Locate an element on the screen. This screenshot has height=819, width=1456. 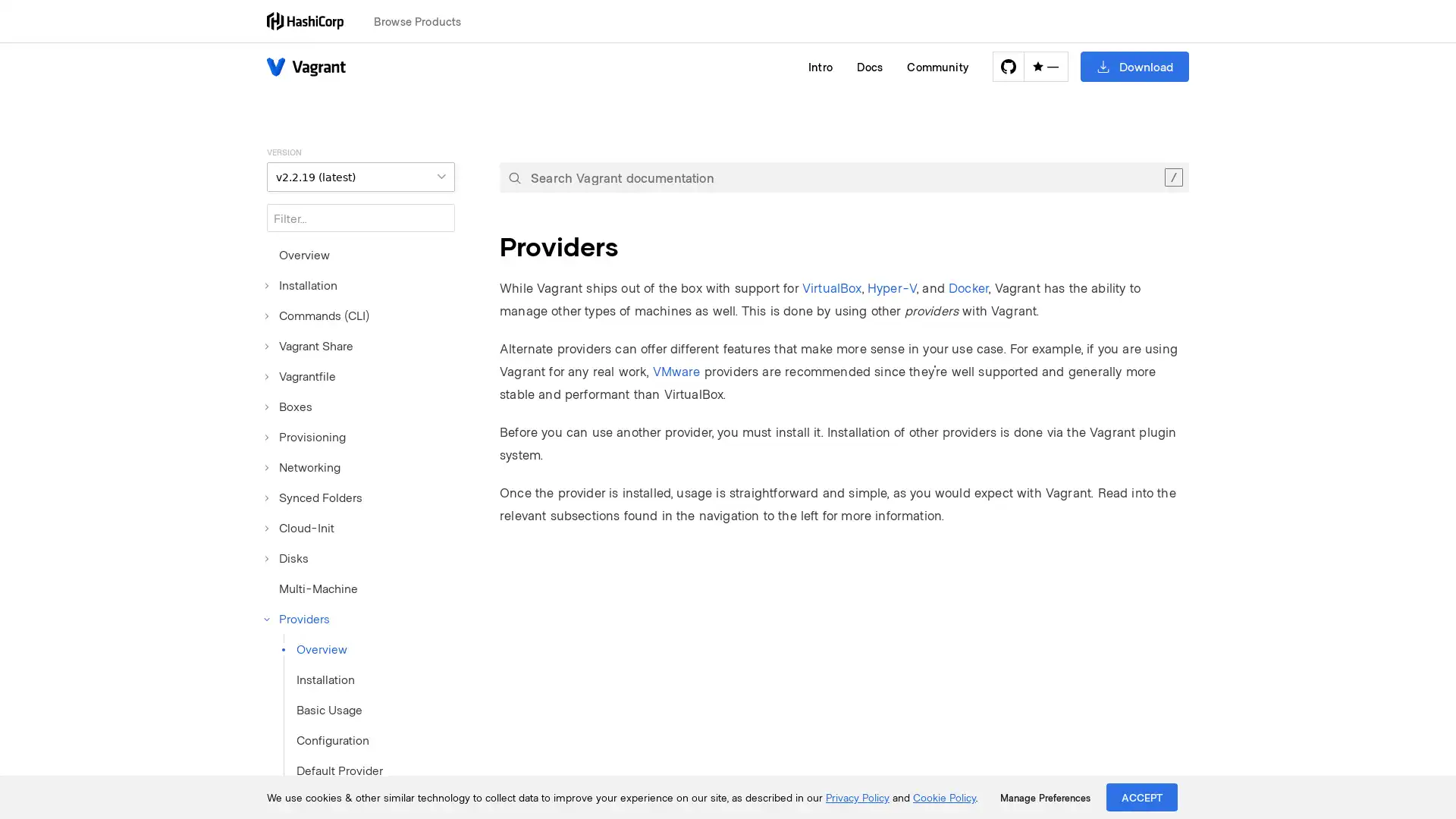
Synced Folders is located at coordinates (313, 497).